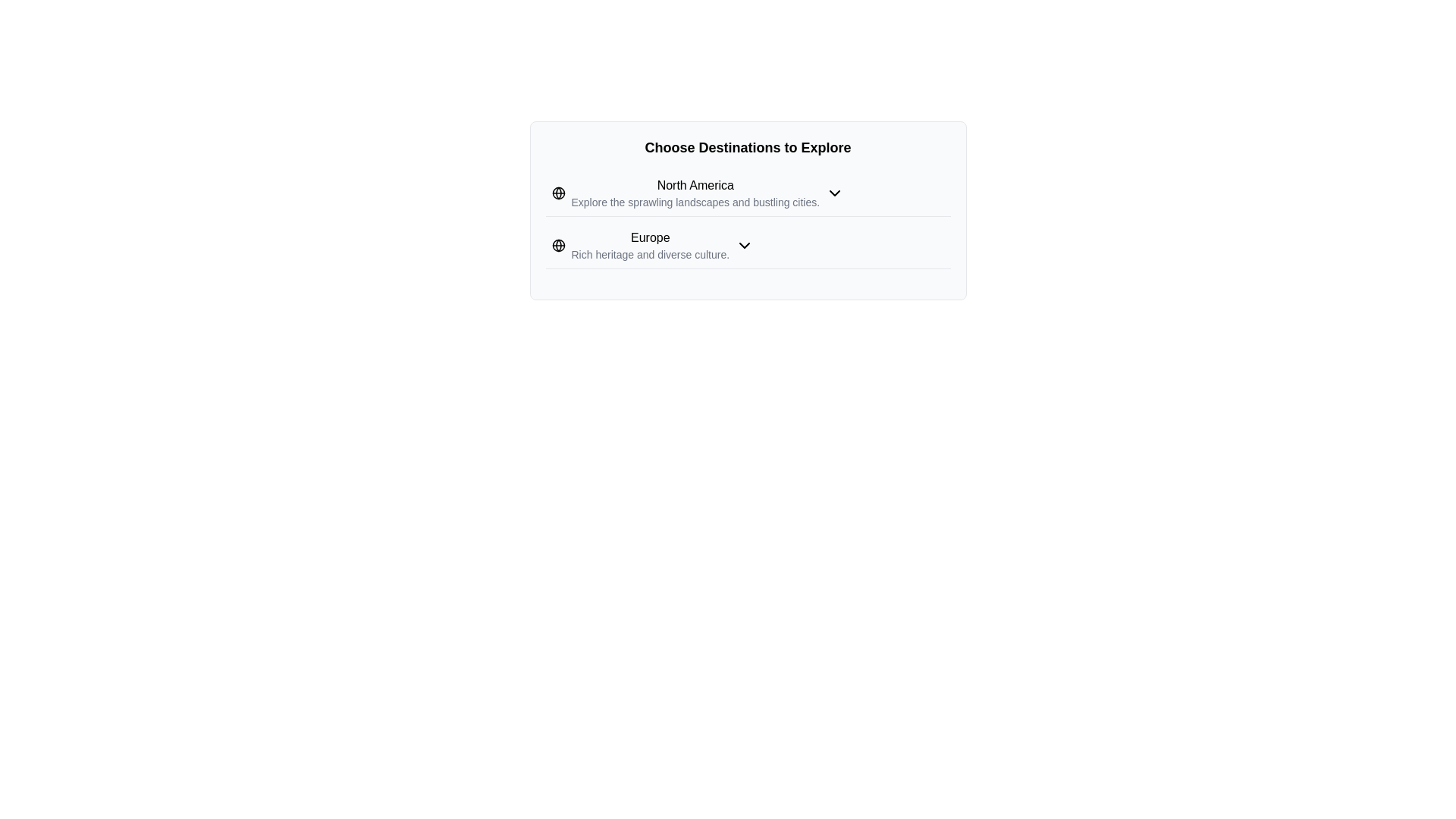 The image size is (1456, 819). What do you see at coordinates (834, 192) in the screenshot?
I see `the dropdown icon located at the right end of the 'North America' text` at bounding box center [834, 192].